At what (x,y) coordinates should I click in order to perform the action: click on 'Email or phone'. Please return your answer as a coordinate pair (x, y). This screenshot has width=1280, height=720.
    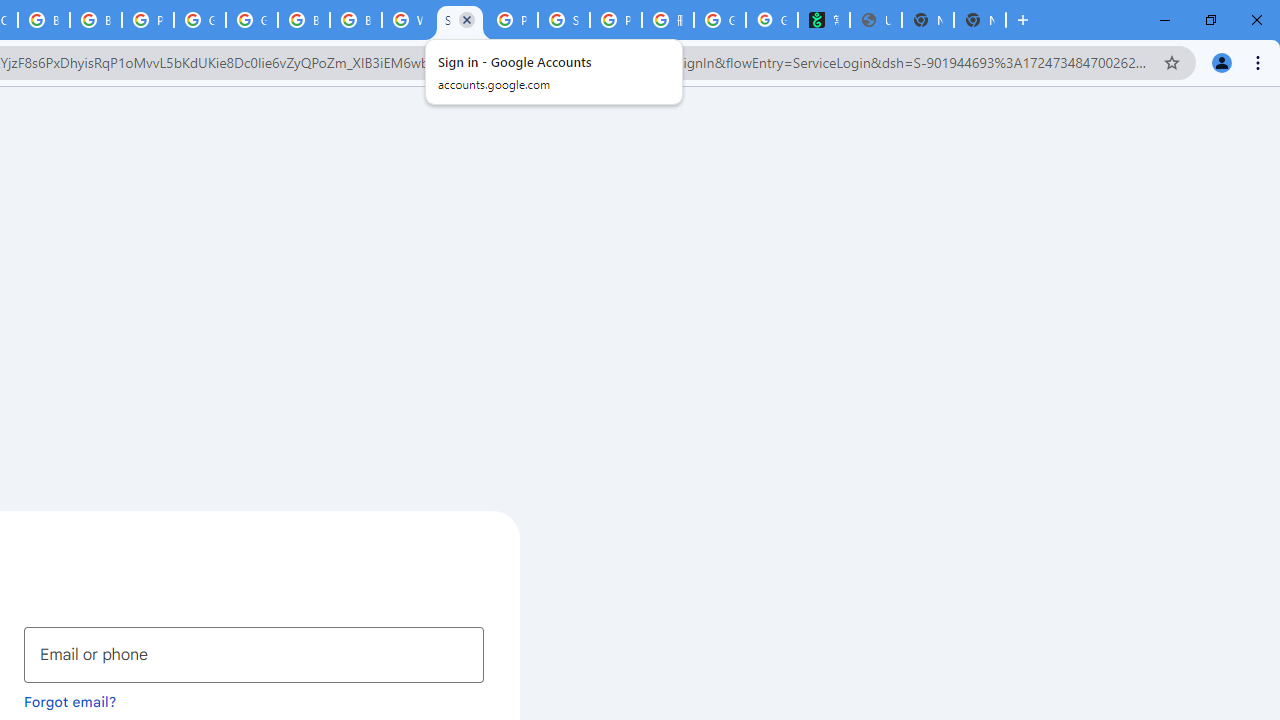
    Looking at the image, I should click on (253, 654).